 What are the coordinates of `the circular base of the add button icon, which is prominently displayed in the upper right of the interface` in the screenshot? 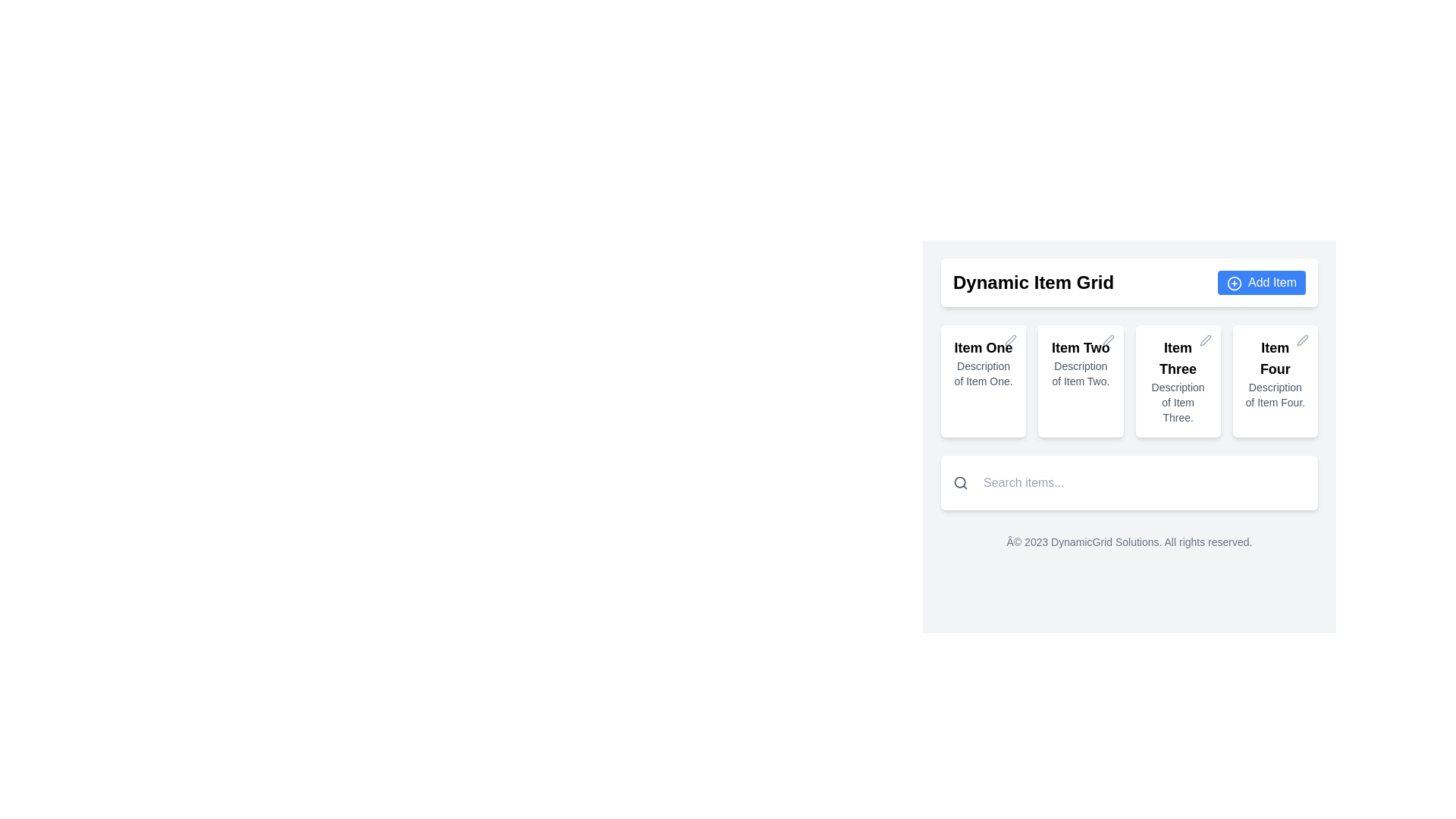 It's located at (1234, 283).